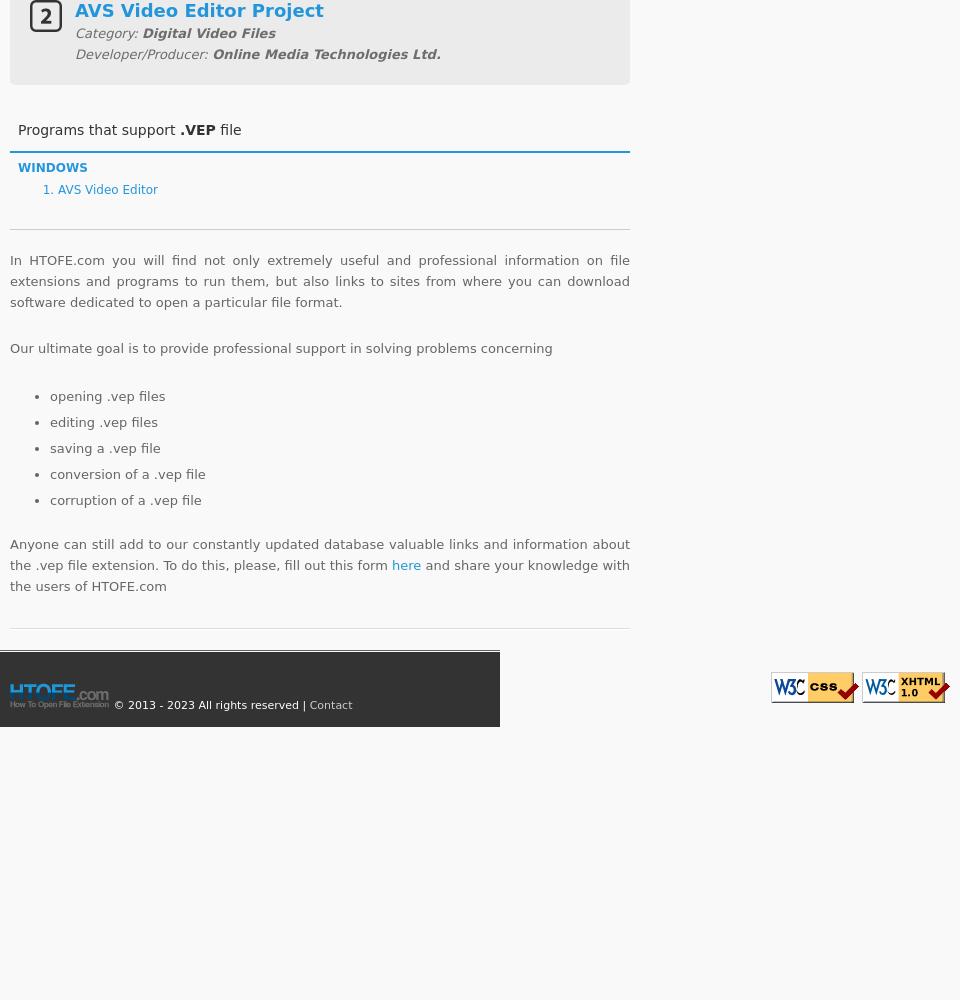 Image resolution: width=960 pixels, height=1000 pixels. What do you see at coordinates (107, 395) in the screenshot?
I see `'opening .vep files'` at bounding box center [107, 395].